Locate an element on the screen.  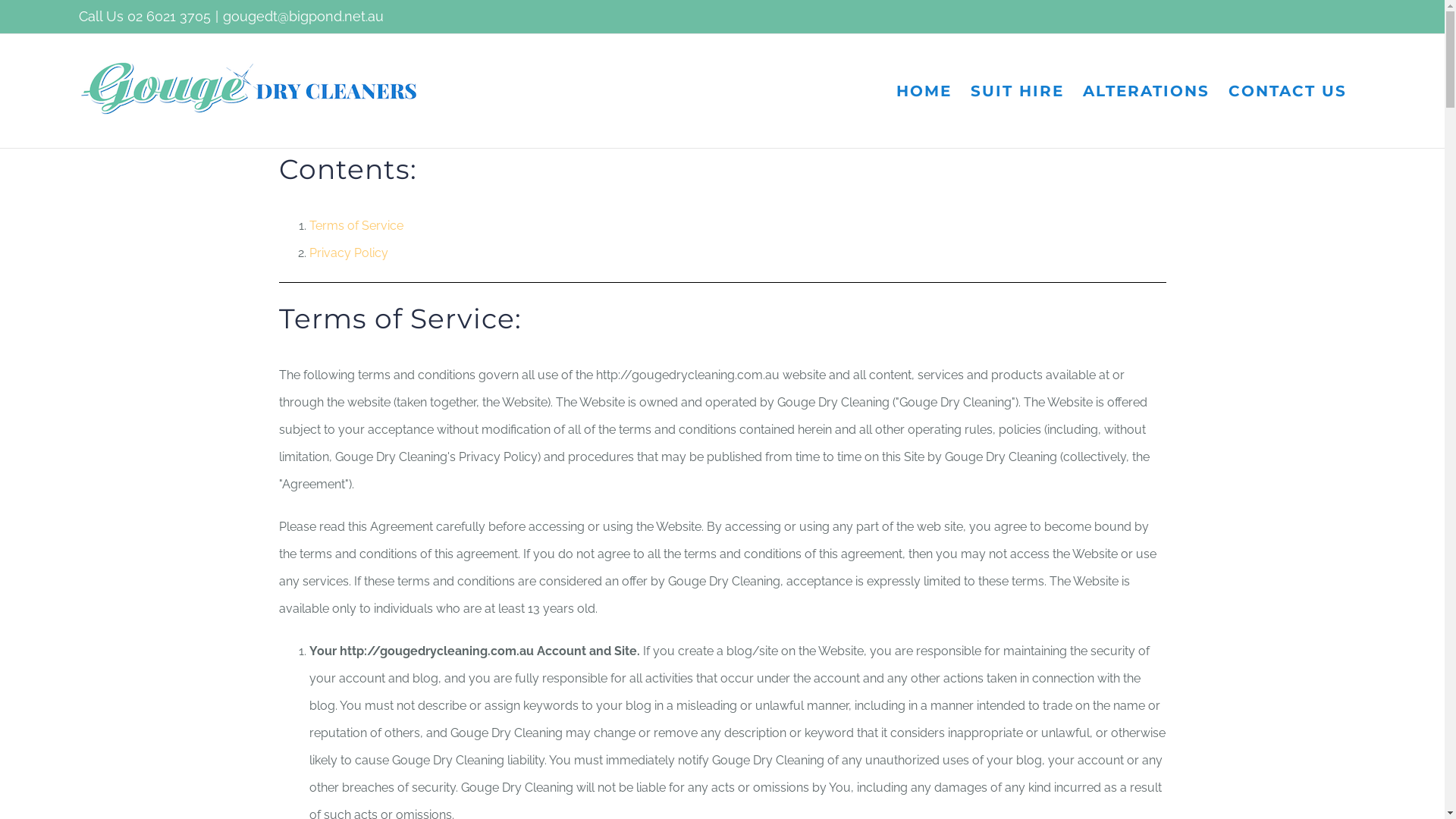
'SUIT HIRE' is located at coordinates (1017, 90).